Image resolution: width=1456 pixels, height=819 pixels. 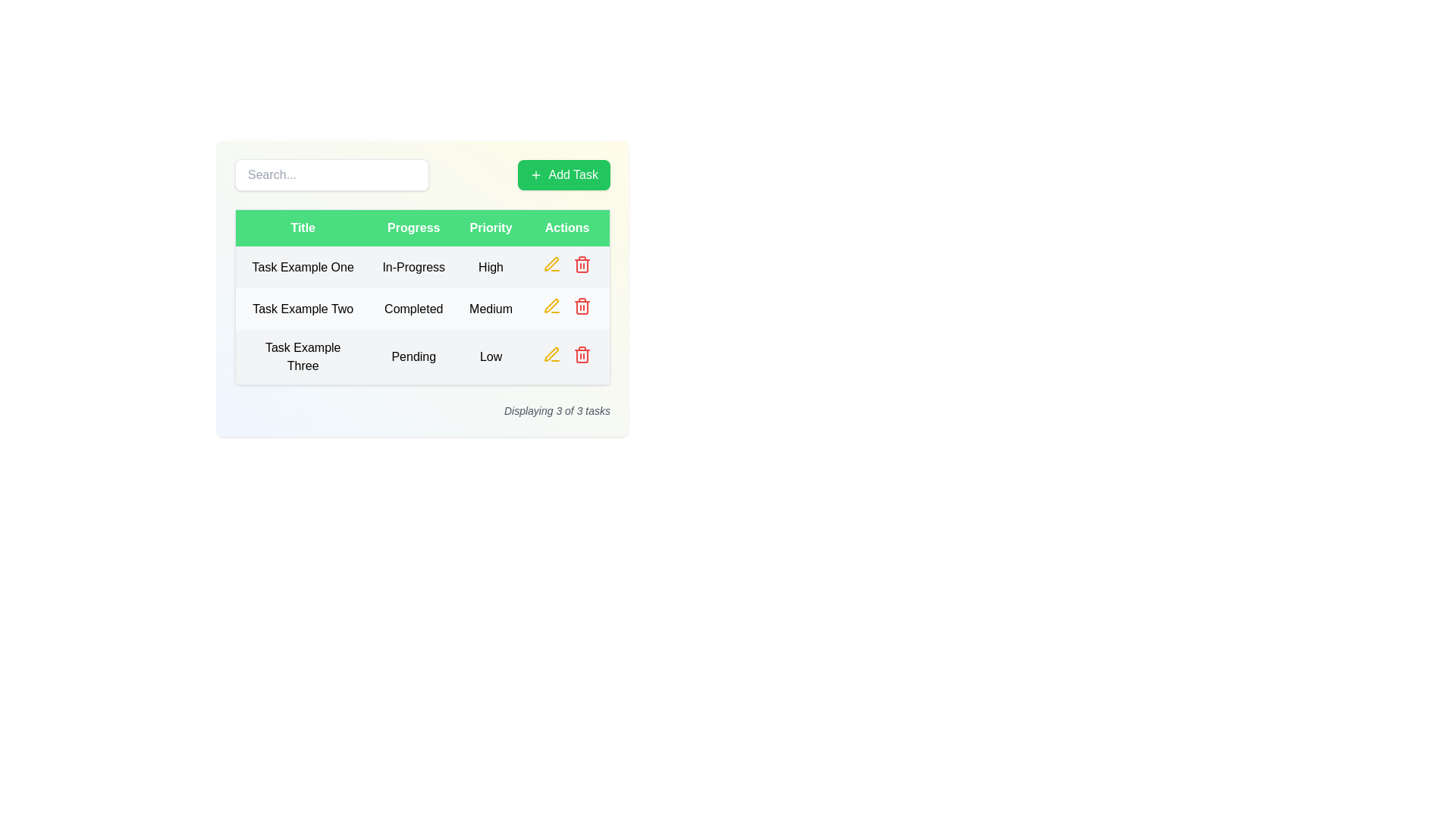 What do you see at coordinates (491, 308) in the screenshot?
I see `the medium-sized text label displaying 'Medium' in the 'Priority' column of the table, located in the second row` at bounding box center [491, 308].